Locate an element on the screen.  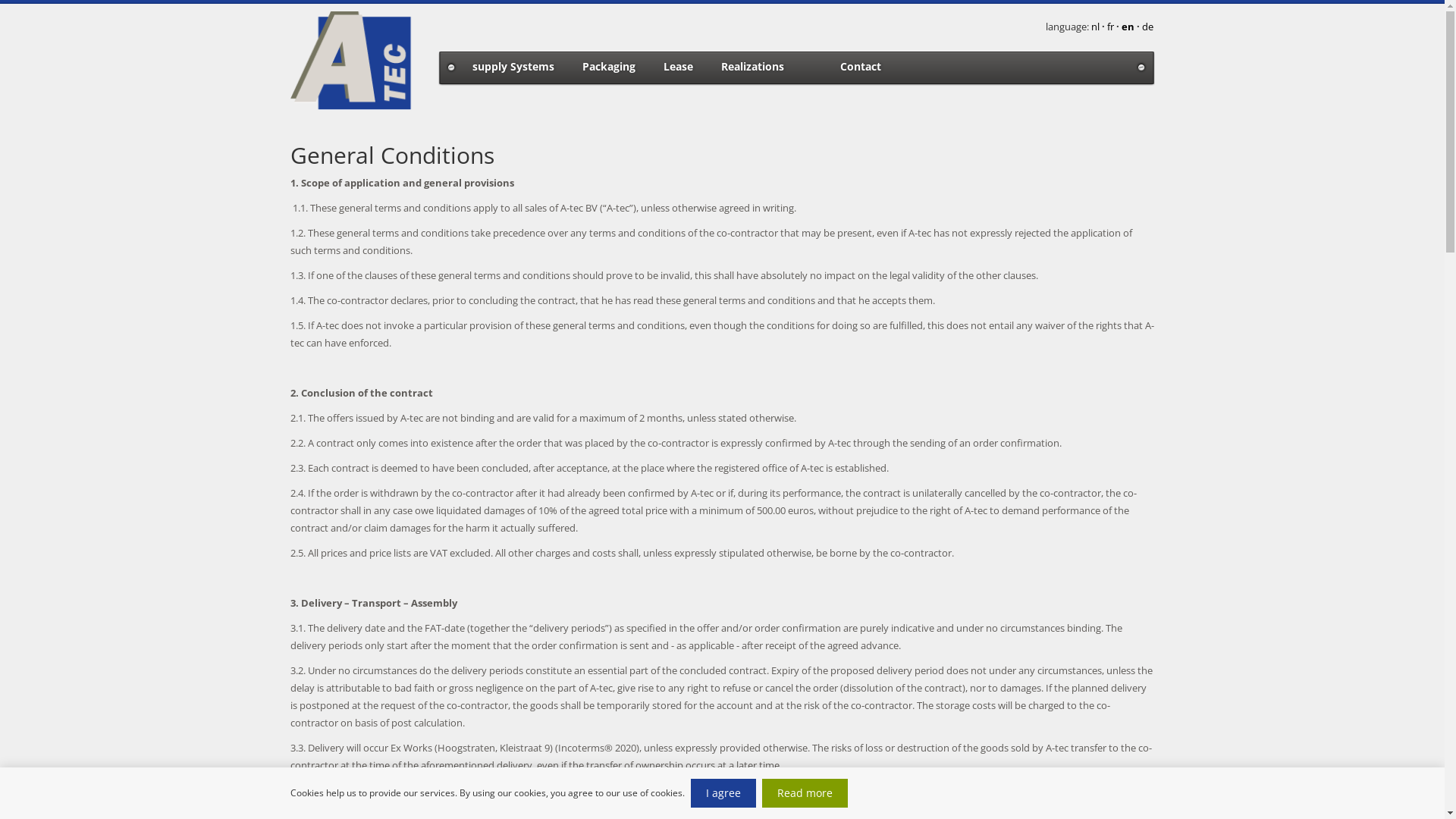
'@ name company logo' is located at coordinates (290, 59).